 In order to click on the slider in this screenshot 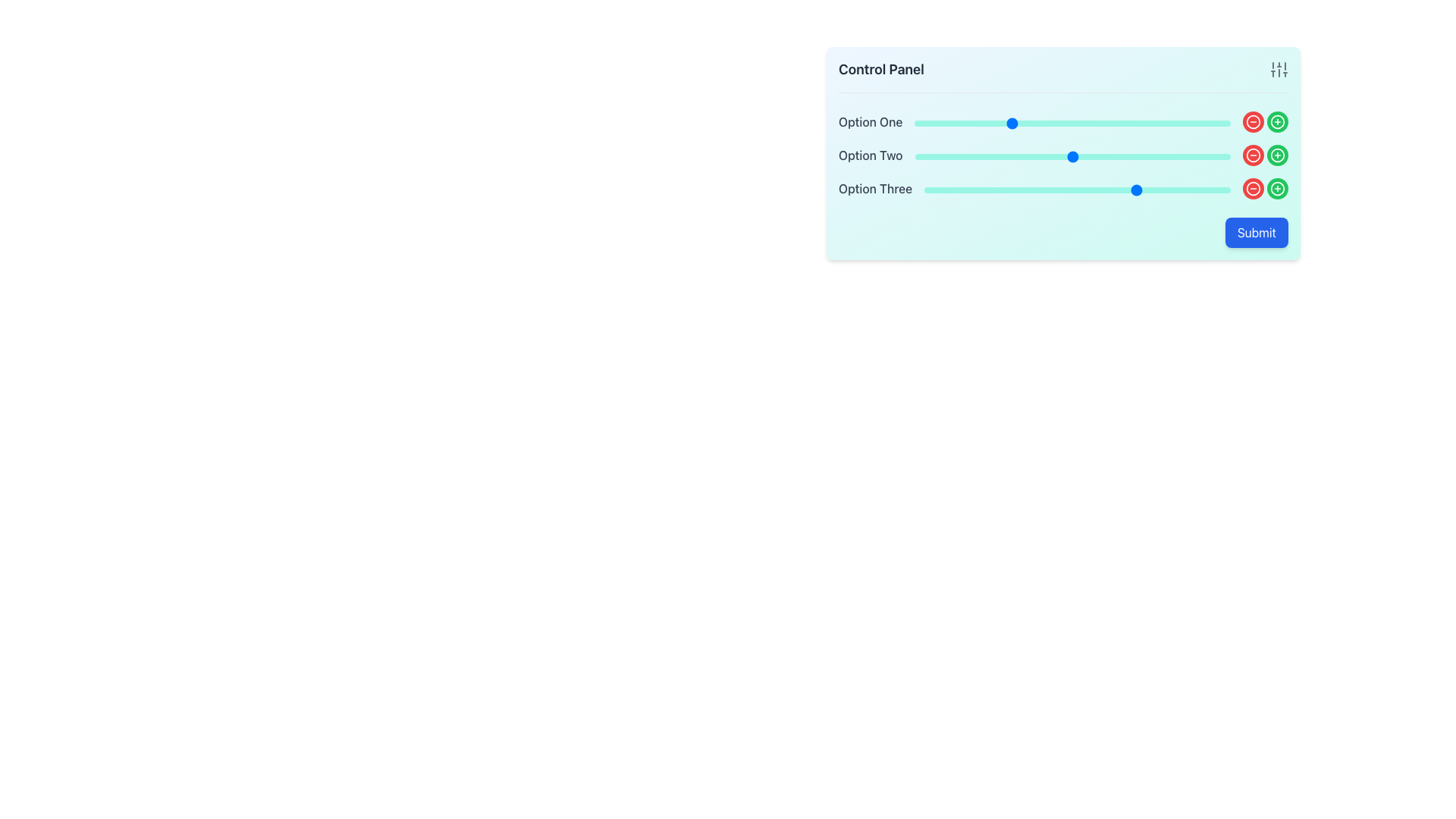, I will do `click(1169, 122)`.